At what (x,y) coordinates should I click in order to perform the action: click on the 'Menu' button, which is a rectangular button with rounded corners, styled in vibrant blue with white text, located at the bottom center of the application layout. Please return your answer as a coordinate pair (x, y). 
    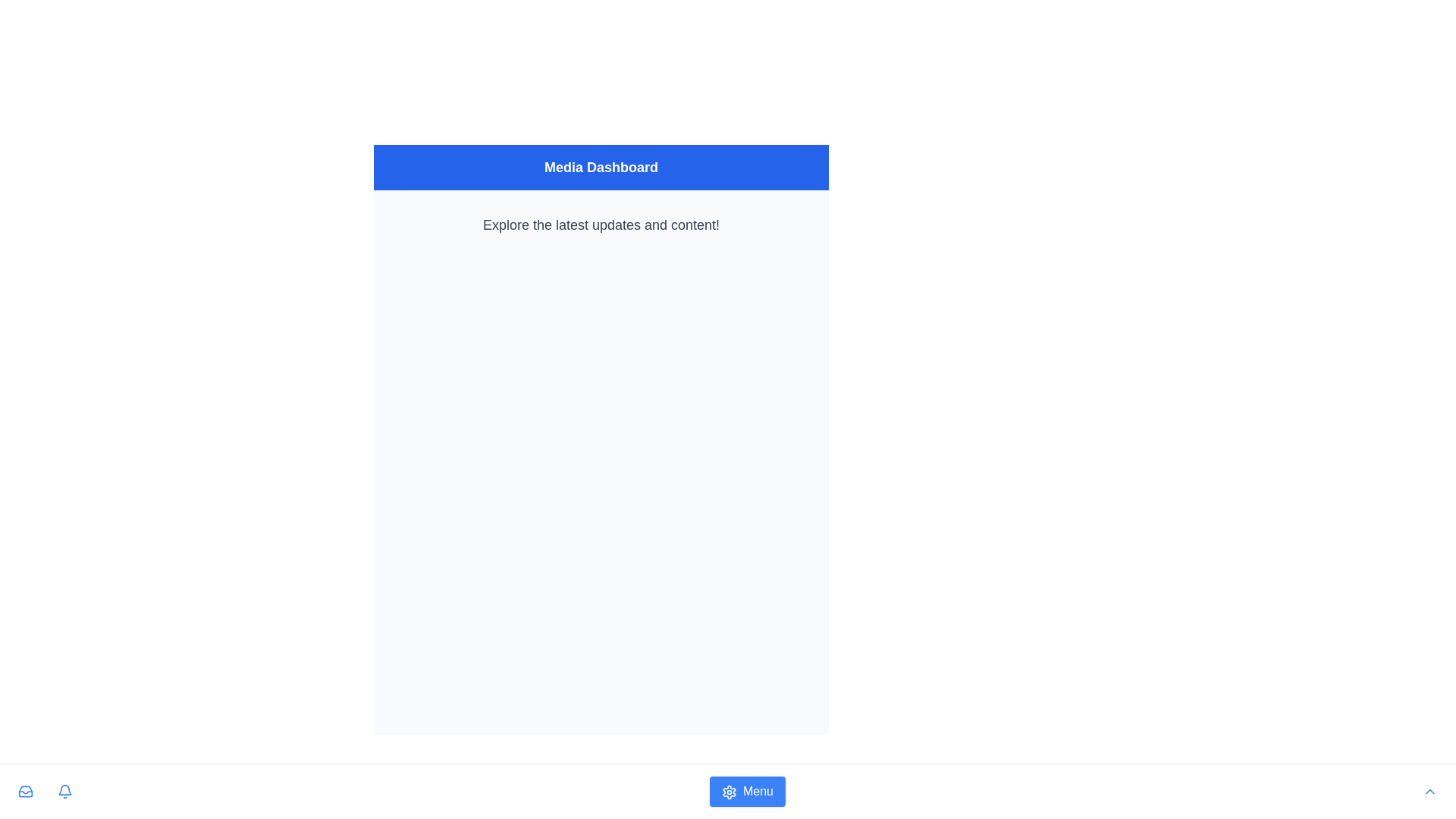
    Looking at the image, I should click on (747, 791).